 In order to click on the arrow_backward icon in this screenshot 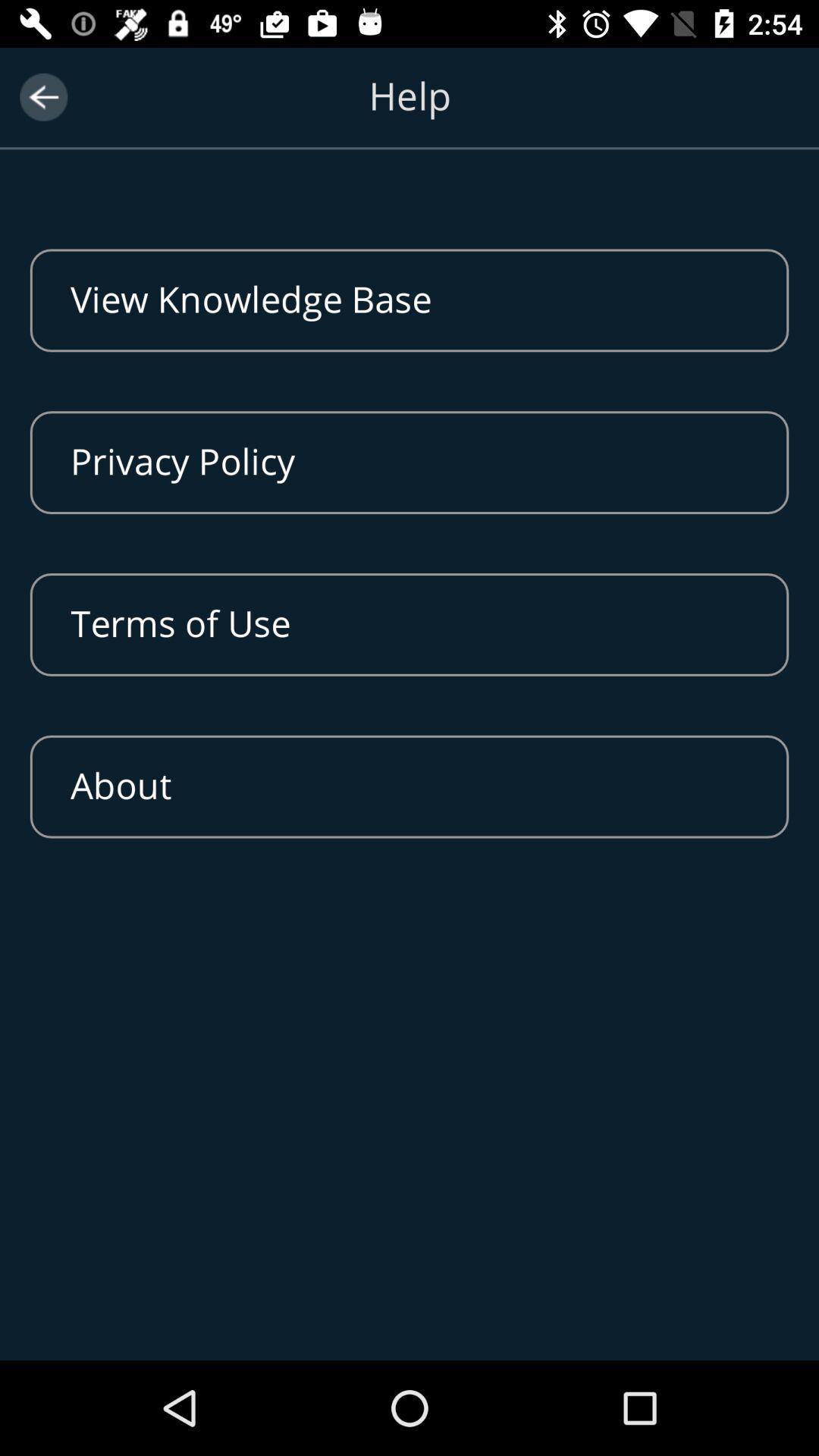, I will do `click(42, 96)`.